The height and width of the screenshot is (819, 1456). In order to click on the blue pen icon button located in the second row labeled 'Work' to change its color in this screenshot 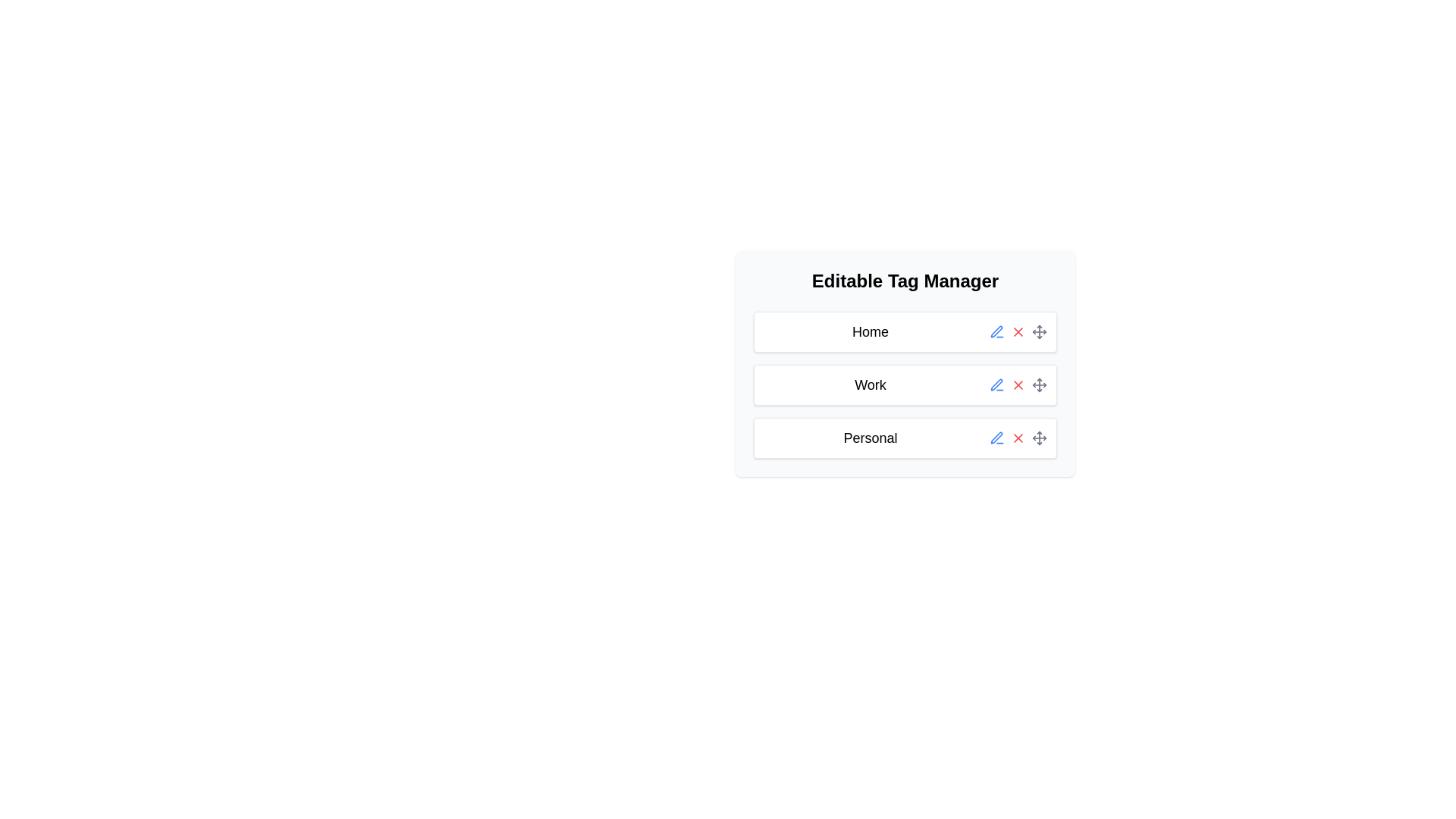, I will do `click(997, 384)`.